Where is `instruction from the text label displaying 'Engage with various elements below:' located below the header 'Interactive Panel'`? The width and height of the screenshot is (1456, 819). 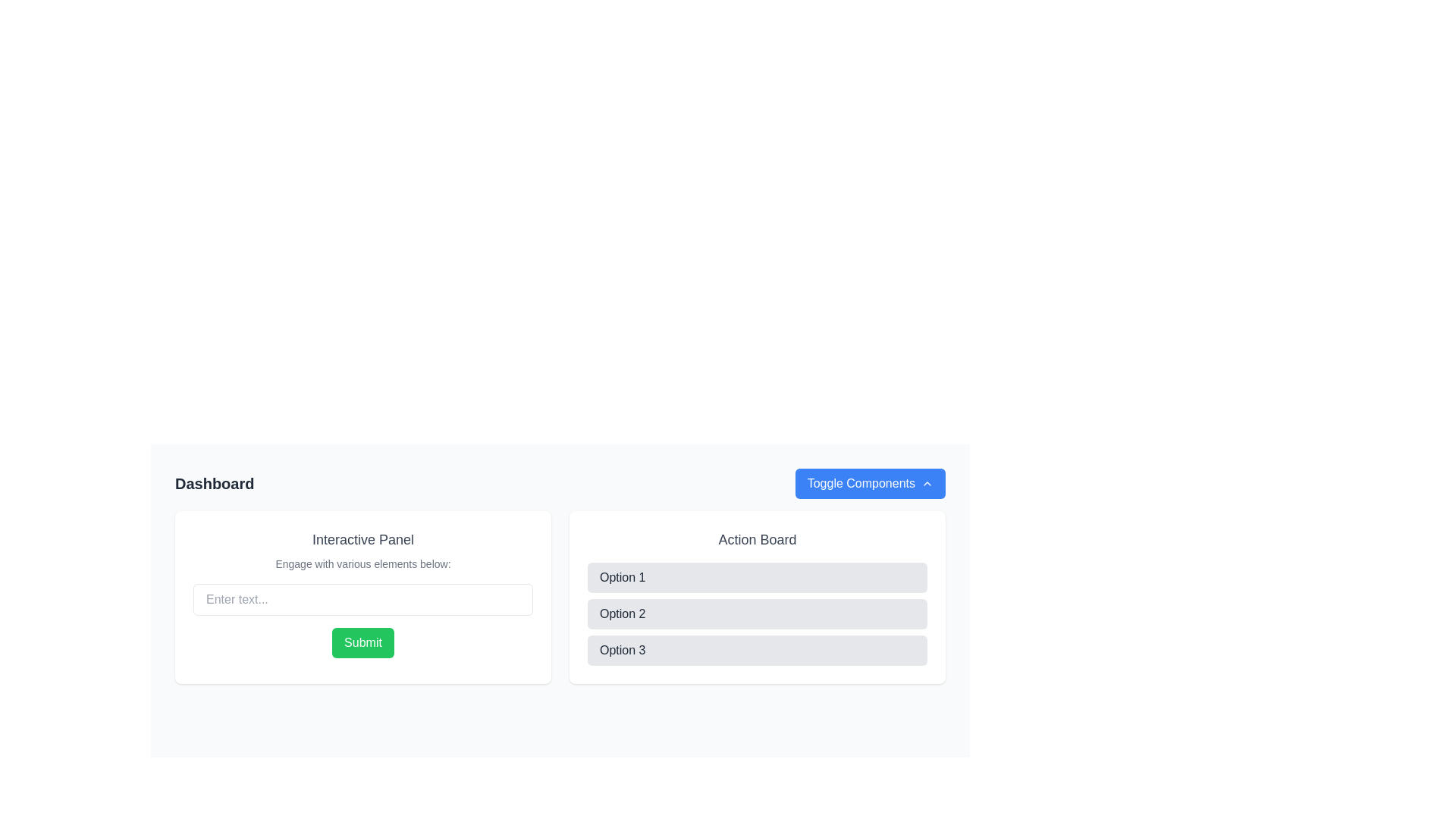 instruction from the text label displaying 'Engage with various elements below:' located below the header 'Interactive Panel' is located at coordinates (362, 564).